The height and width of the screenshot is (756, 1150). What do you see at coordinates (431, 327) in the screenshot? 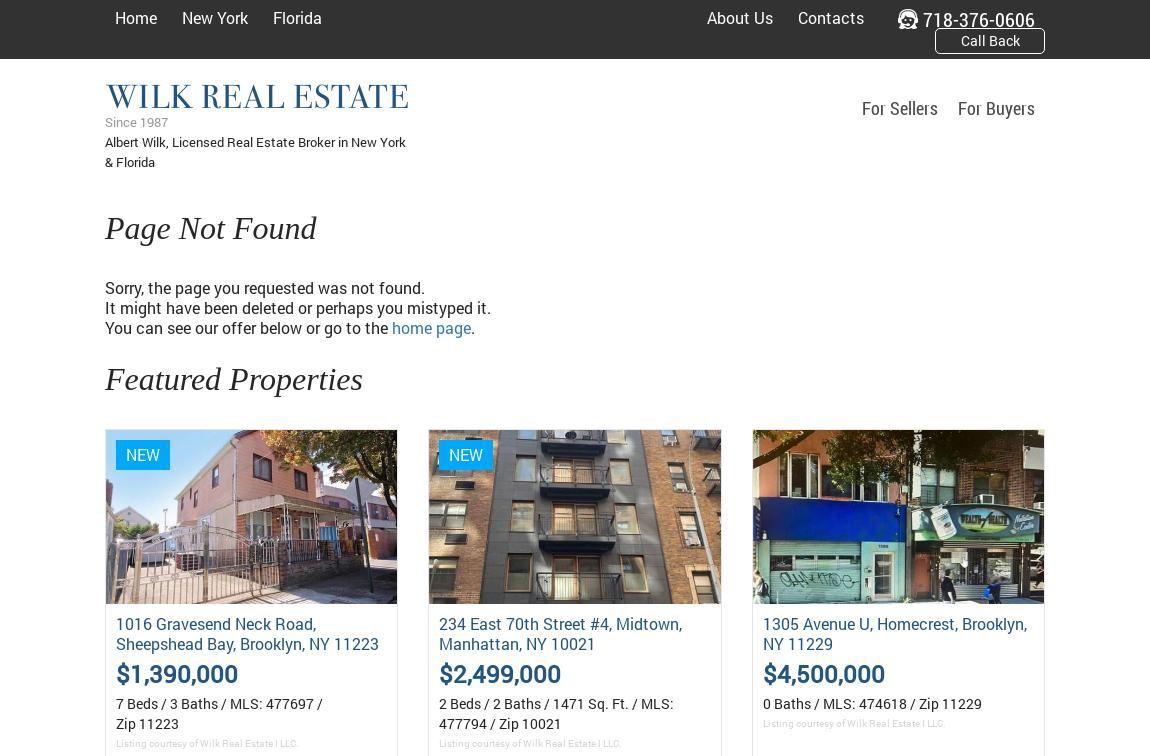
I see `'home page'` at bounding box center [431, 327].